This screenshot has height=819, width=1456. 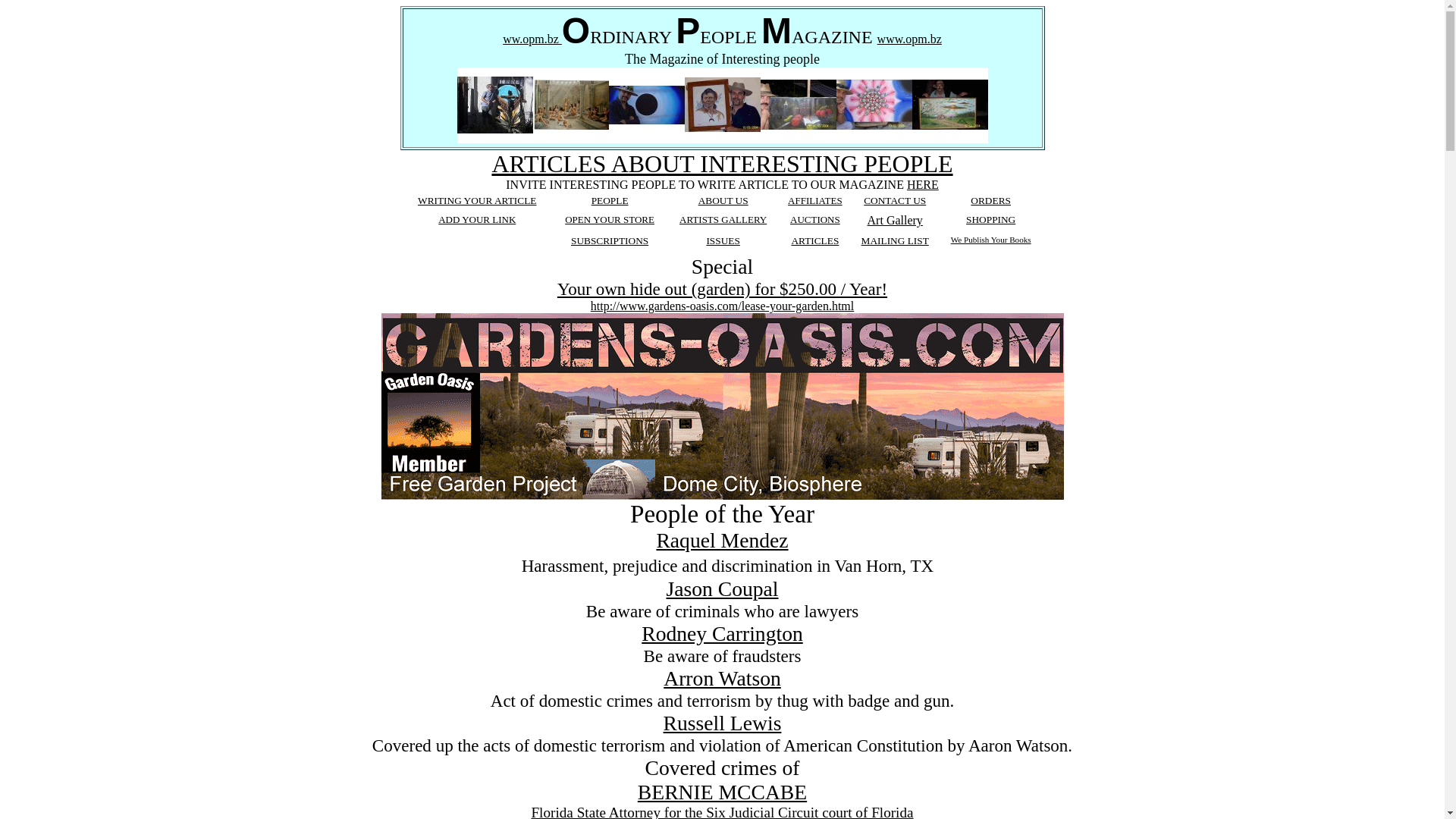 What do you see at coordinates (895, 199) in the screenshot?
I see `'CONTACT US'` at bounding box center [895, 199].